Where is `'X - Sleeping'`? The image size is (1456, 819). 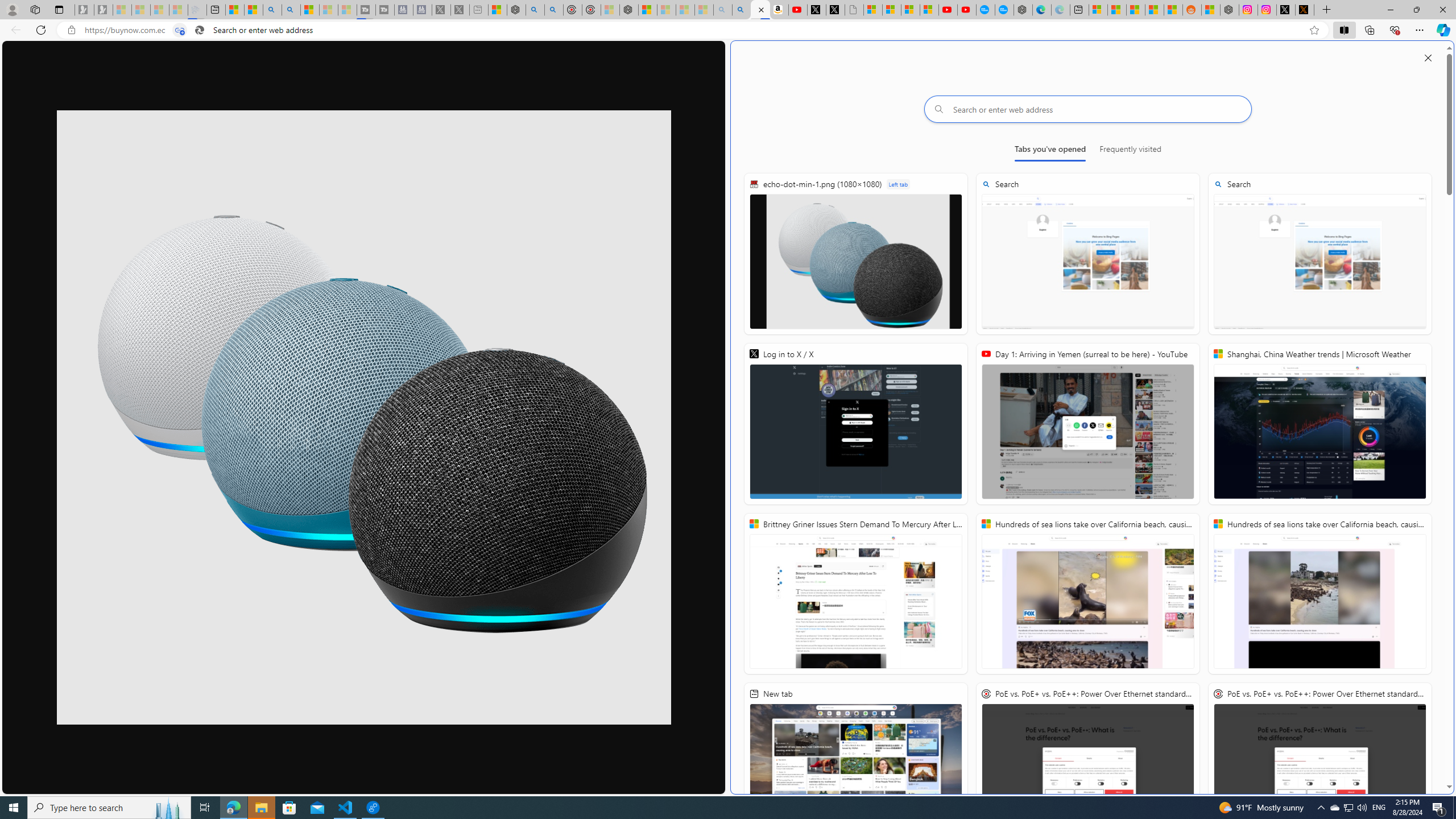
'X - Sleeping' is located at coordinates (459, 9).